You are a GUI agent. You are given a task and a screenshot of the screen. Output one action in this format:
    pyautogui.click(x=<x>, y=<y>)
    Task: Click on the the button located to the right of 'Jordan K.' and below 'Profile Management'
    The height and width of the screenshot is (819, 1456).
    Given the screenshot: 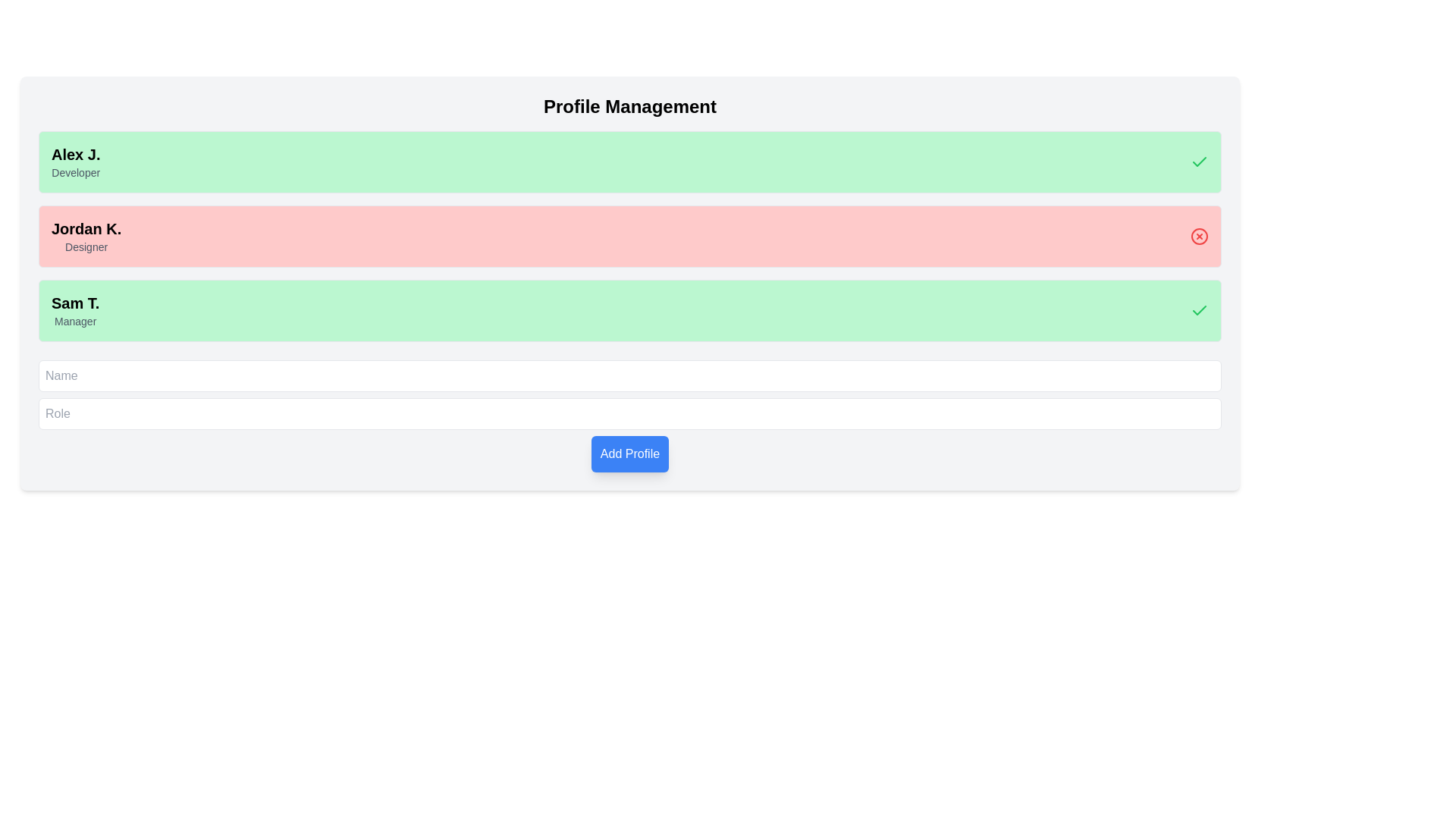 What is the action you would take?
    pyautogui.click(x=1199, y=237)
    